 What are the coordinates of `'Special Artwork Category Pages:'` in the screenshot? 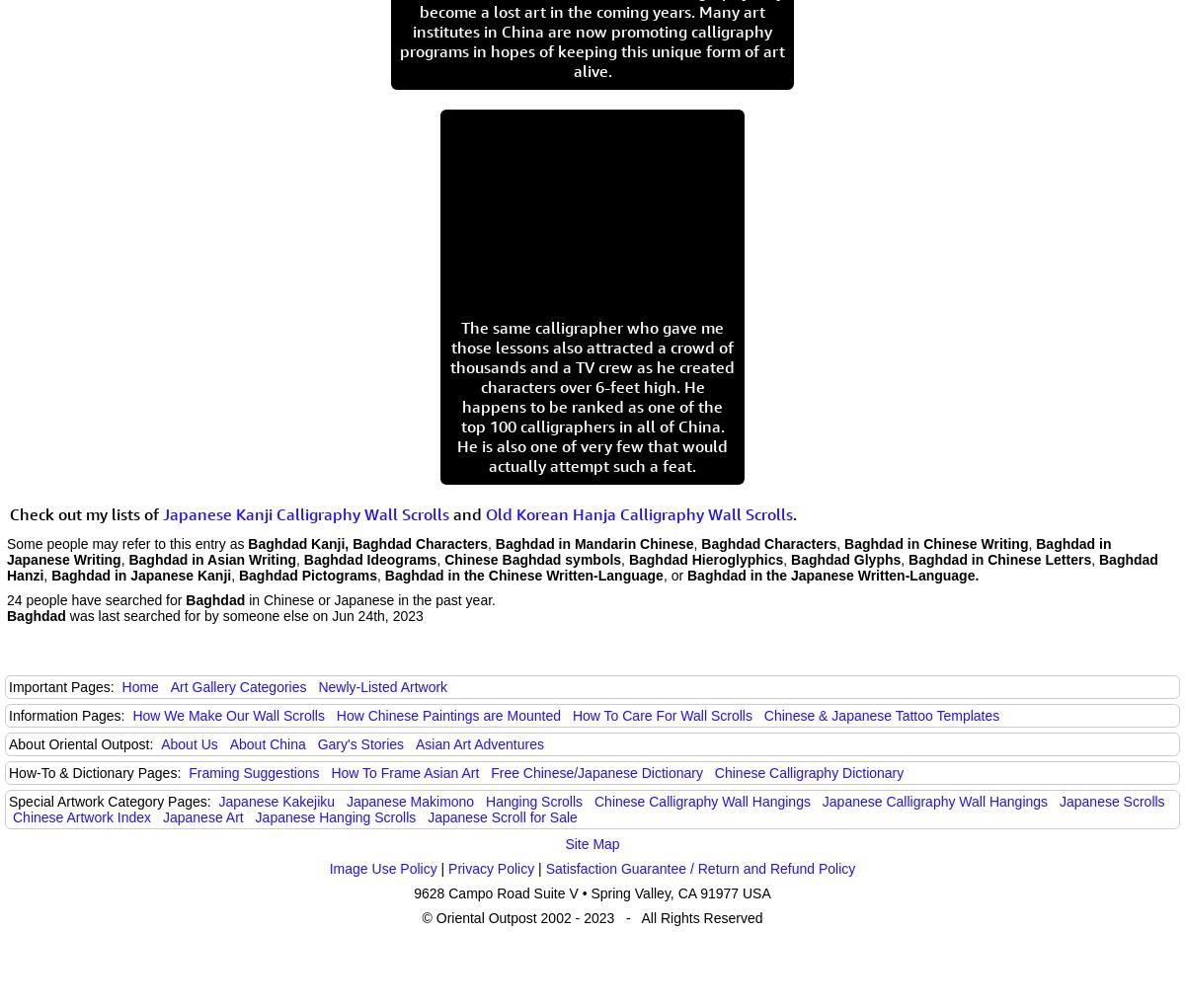 It's located at (9, 801).